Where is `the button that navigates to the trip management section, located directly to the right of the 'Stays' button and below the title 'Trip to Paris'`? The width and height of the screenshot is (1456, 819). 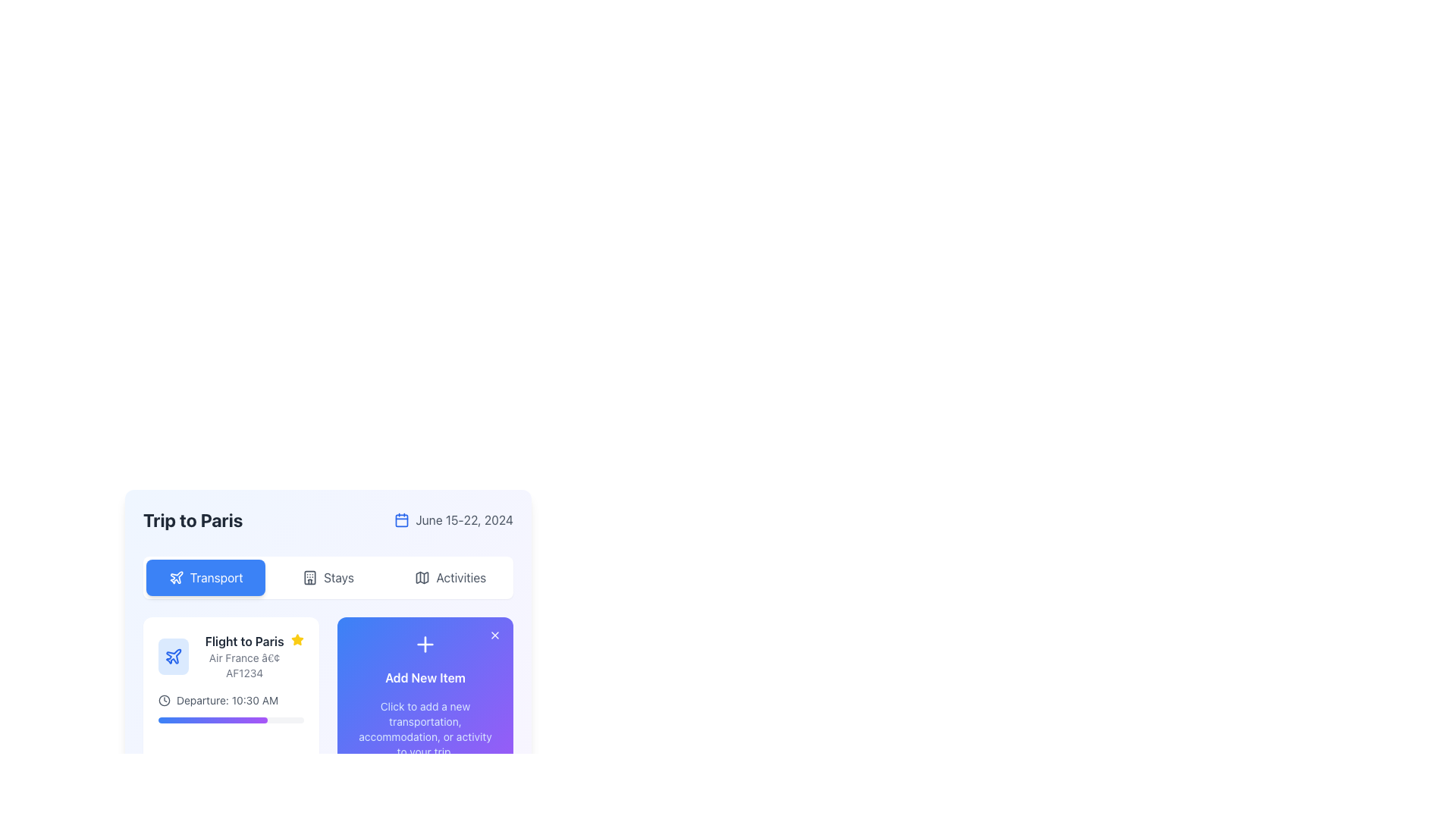 the button that navigates to the trip management section, located directly to the right of the 'Stays' button and below the title 'Trip to Paris' is located at coordinates (450, 578).